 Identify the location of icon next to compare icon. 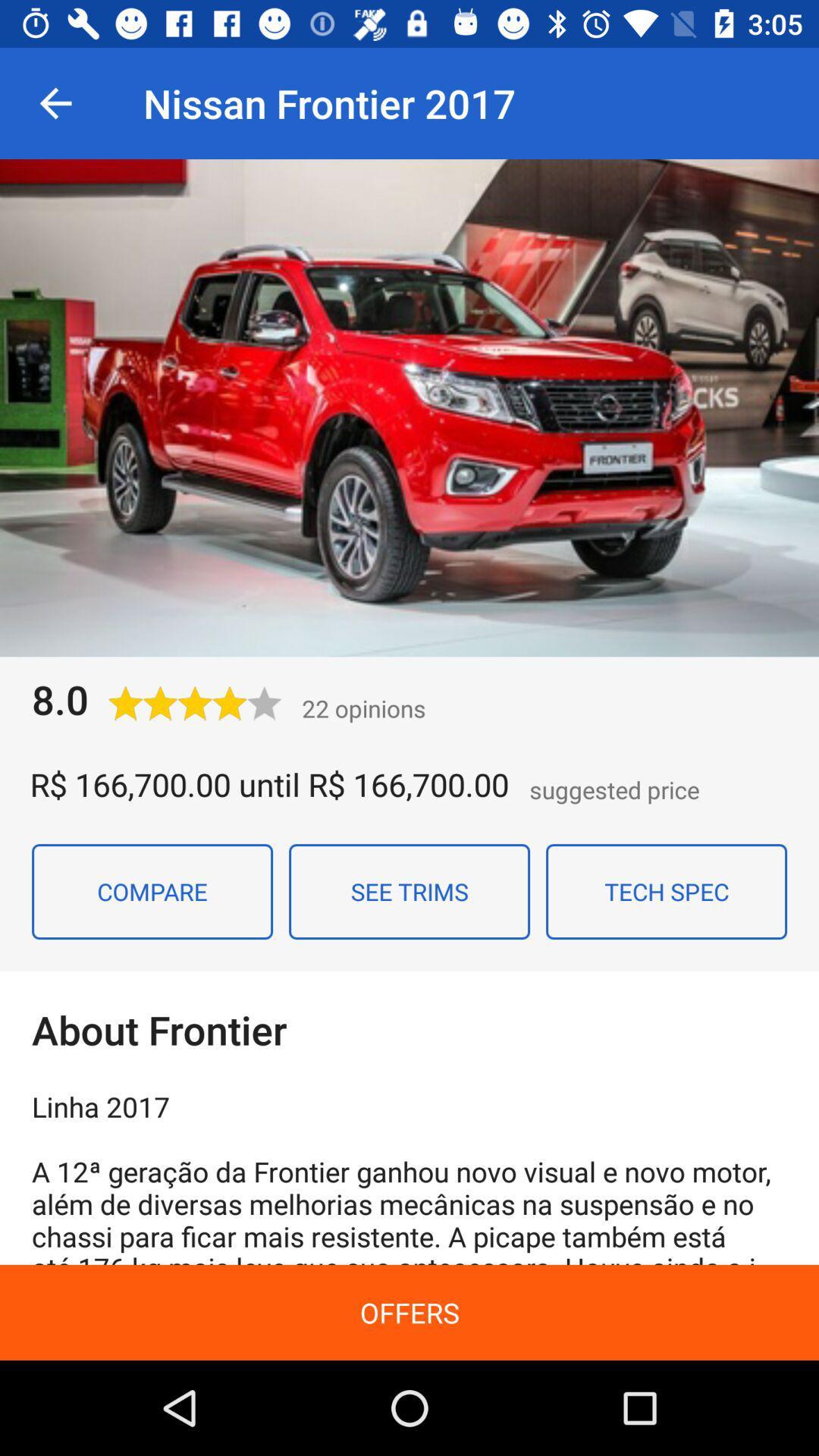
(409, 892).